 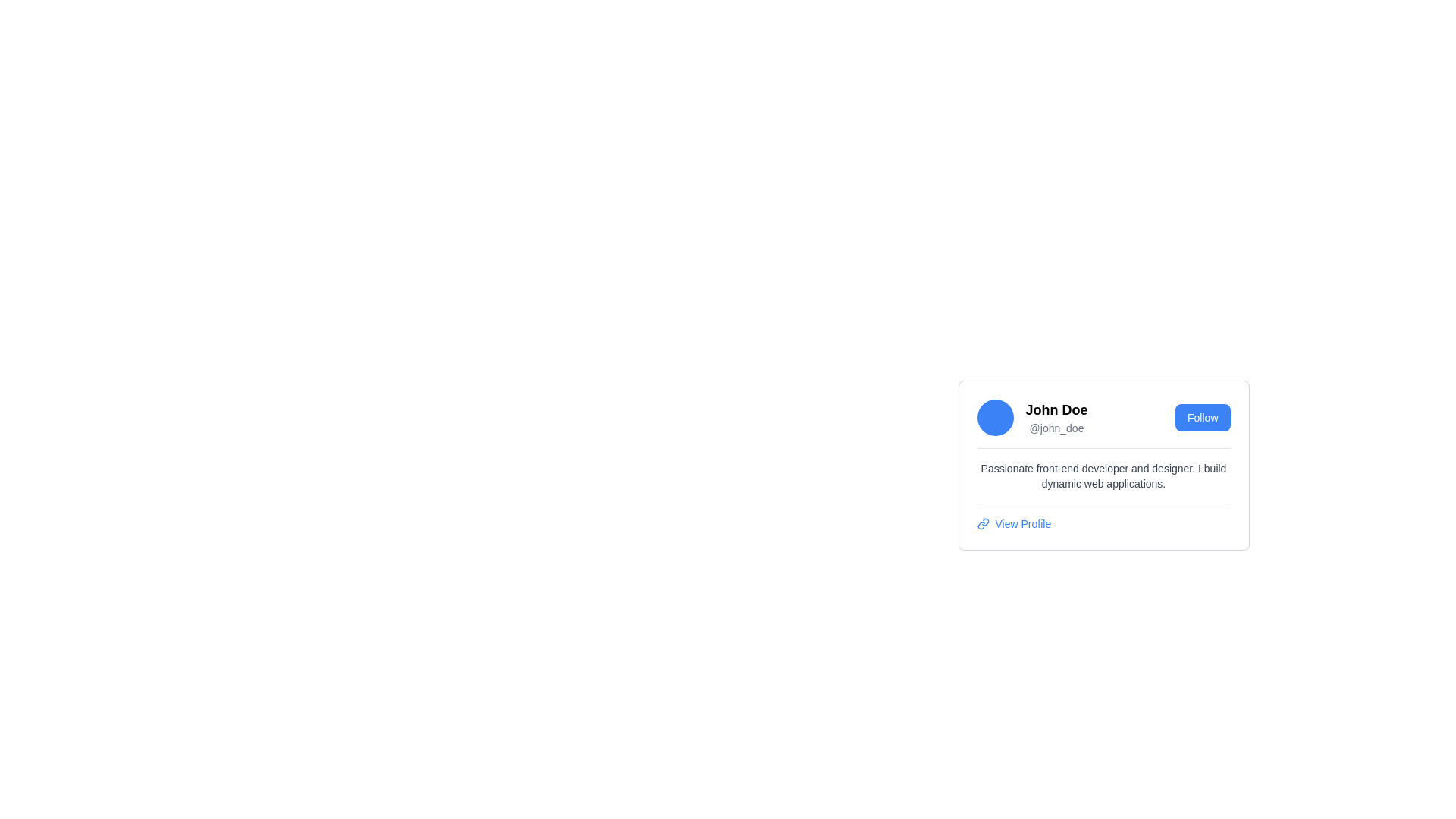 What do you see at coordinates (1056, 409) in the screenshot?
I see `displayed name text located in the top-left corner of the profile card, positioned above the username '@john_doe'` at bounding box center [1056, 409].